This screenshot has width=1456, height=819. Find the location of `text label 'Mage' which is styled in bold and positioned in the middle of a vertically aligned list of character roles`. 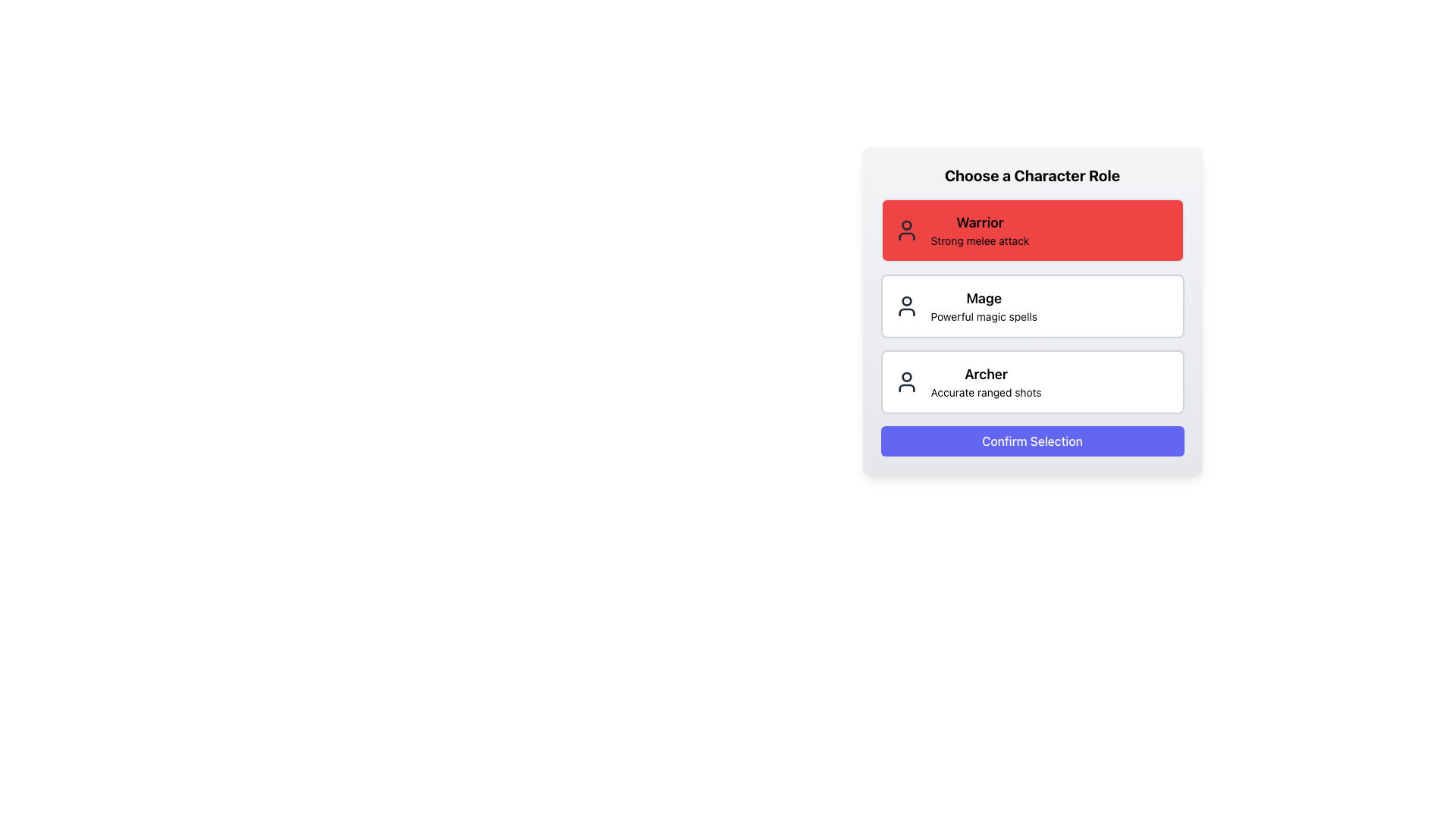

text label 'Mage' which is styled in bold and positioned in the middle of a vertically aligned list of character roles is located at coordinates (984, 298).